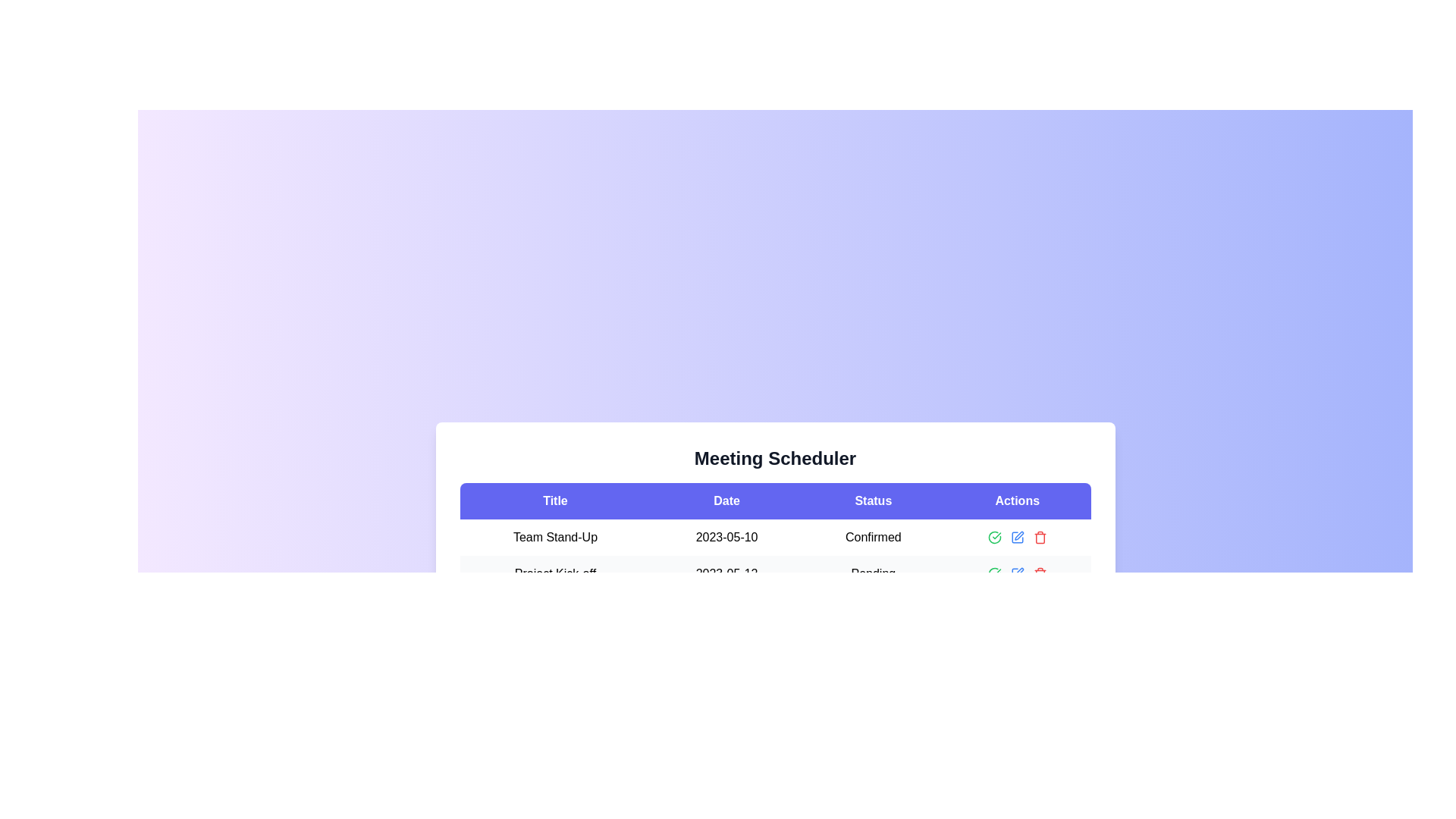 This screenshot has width=1456, height=819. I want to click on the leftmost button in the 'Actions' column with a pen icon, so click(1017, 537).